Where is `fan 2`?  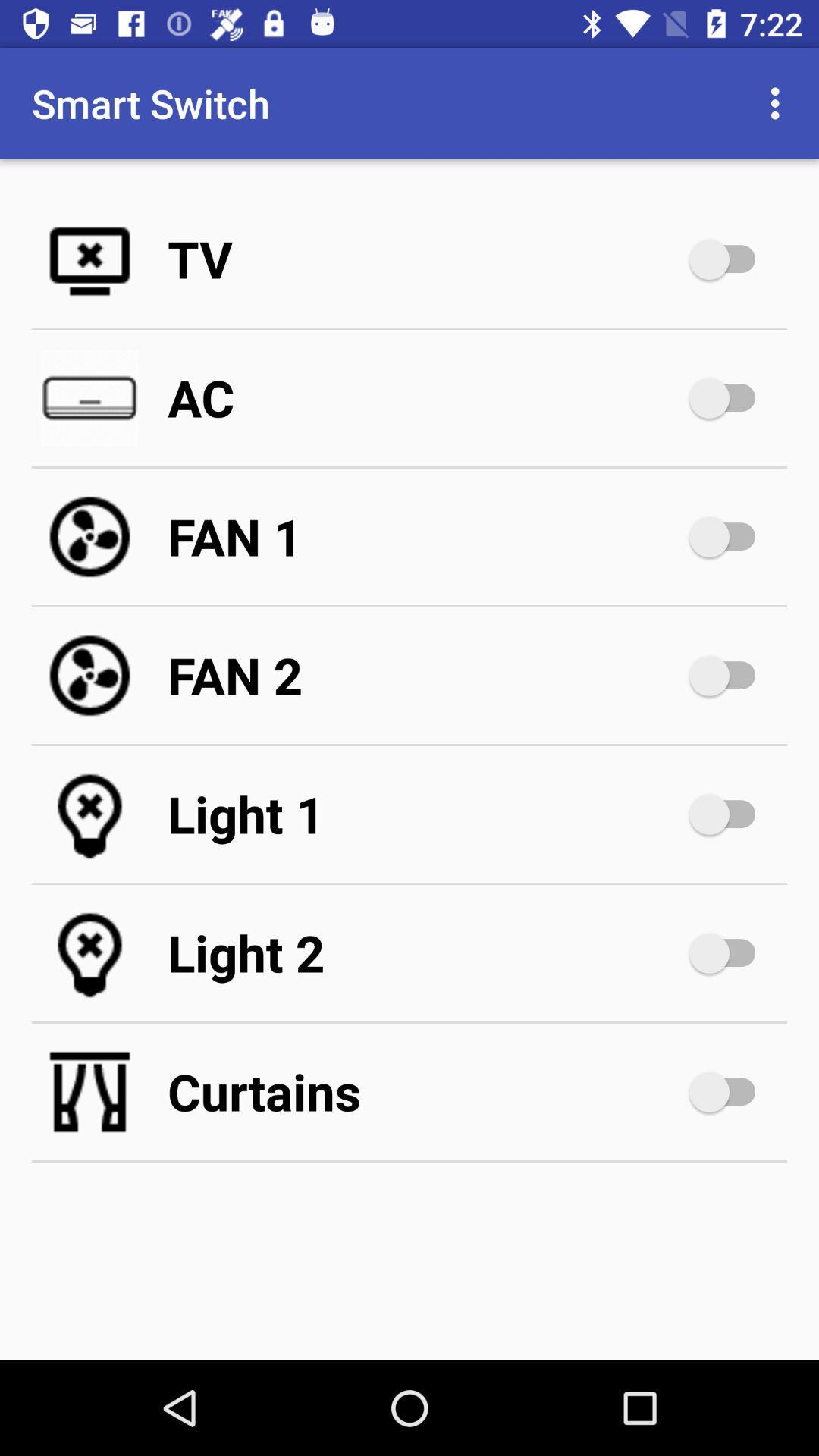
fan 2 is located at coordinates (425, 675).